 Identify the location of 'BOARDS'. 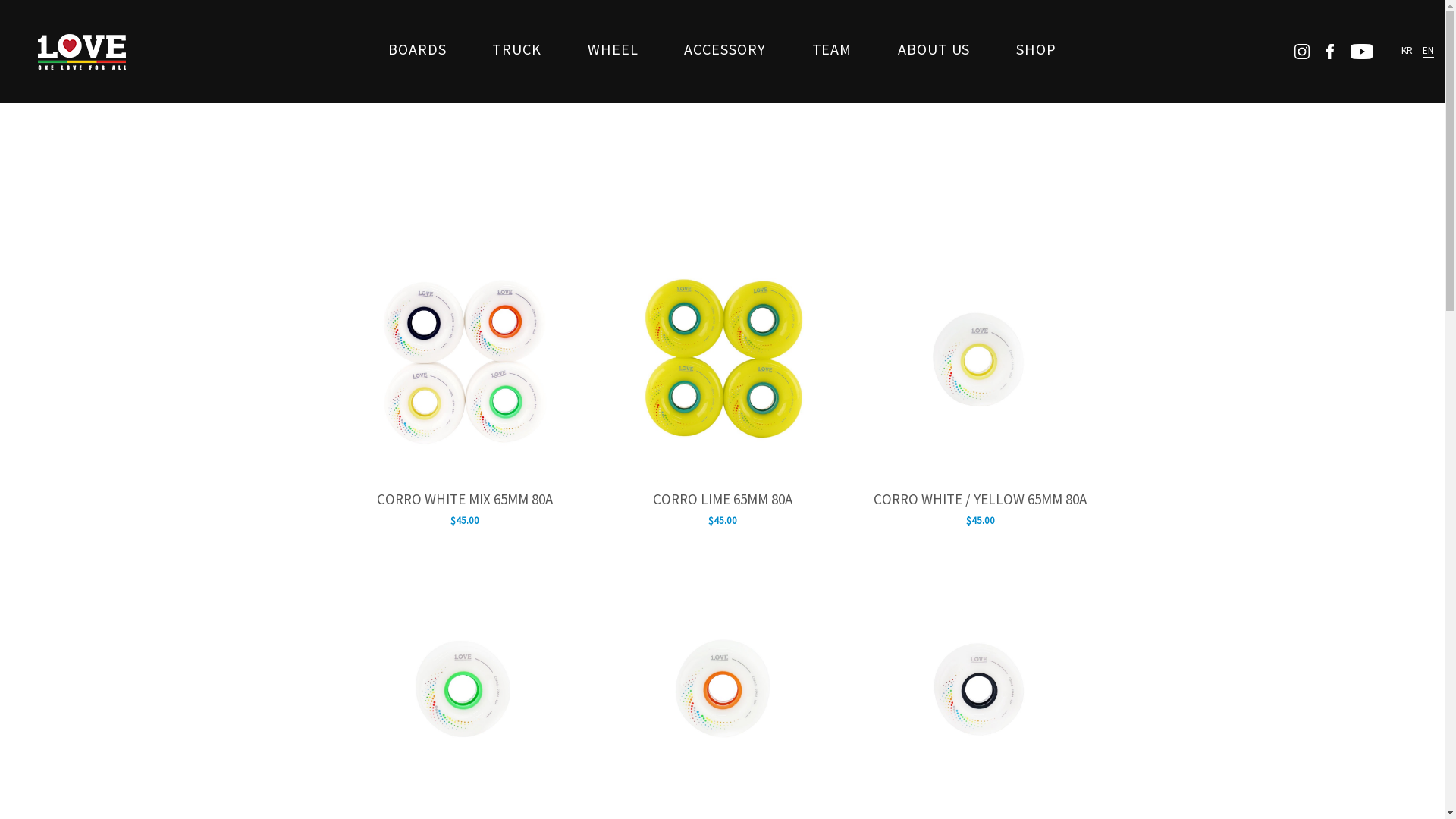
(417, 49).